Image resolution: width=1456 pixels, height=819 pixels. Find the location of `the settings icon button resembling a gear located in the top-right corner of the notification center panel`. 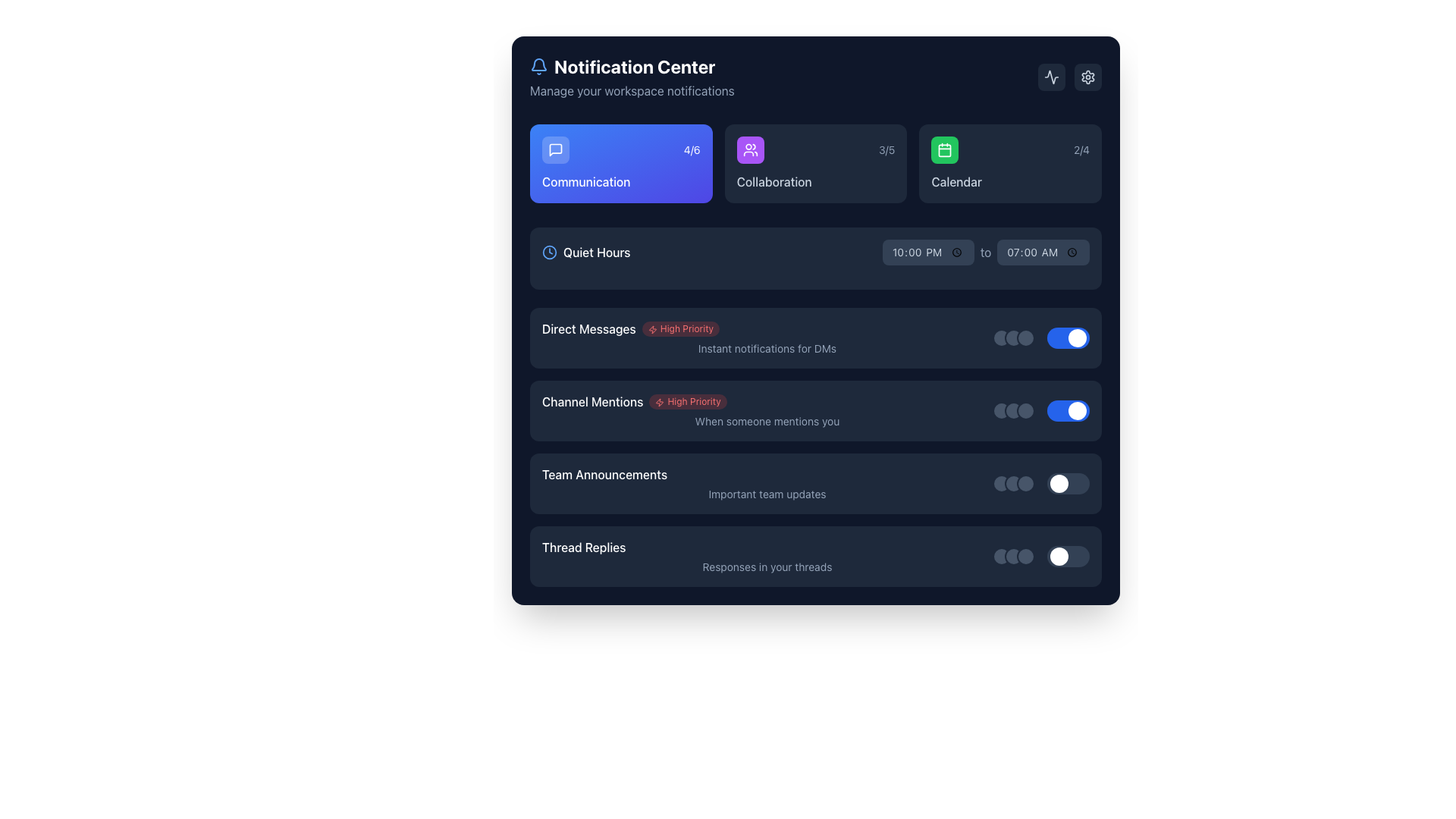

the settings icon button resembling a gear located in the top-right corner of the notification center panel is located at coordinates (1087, 77).